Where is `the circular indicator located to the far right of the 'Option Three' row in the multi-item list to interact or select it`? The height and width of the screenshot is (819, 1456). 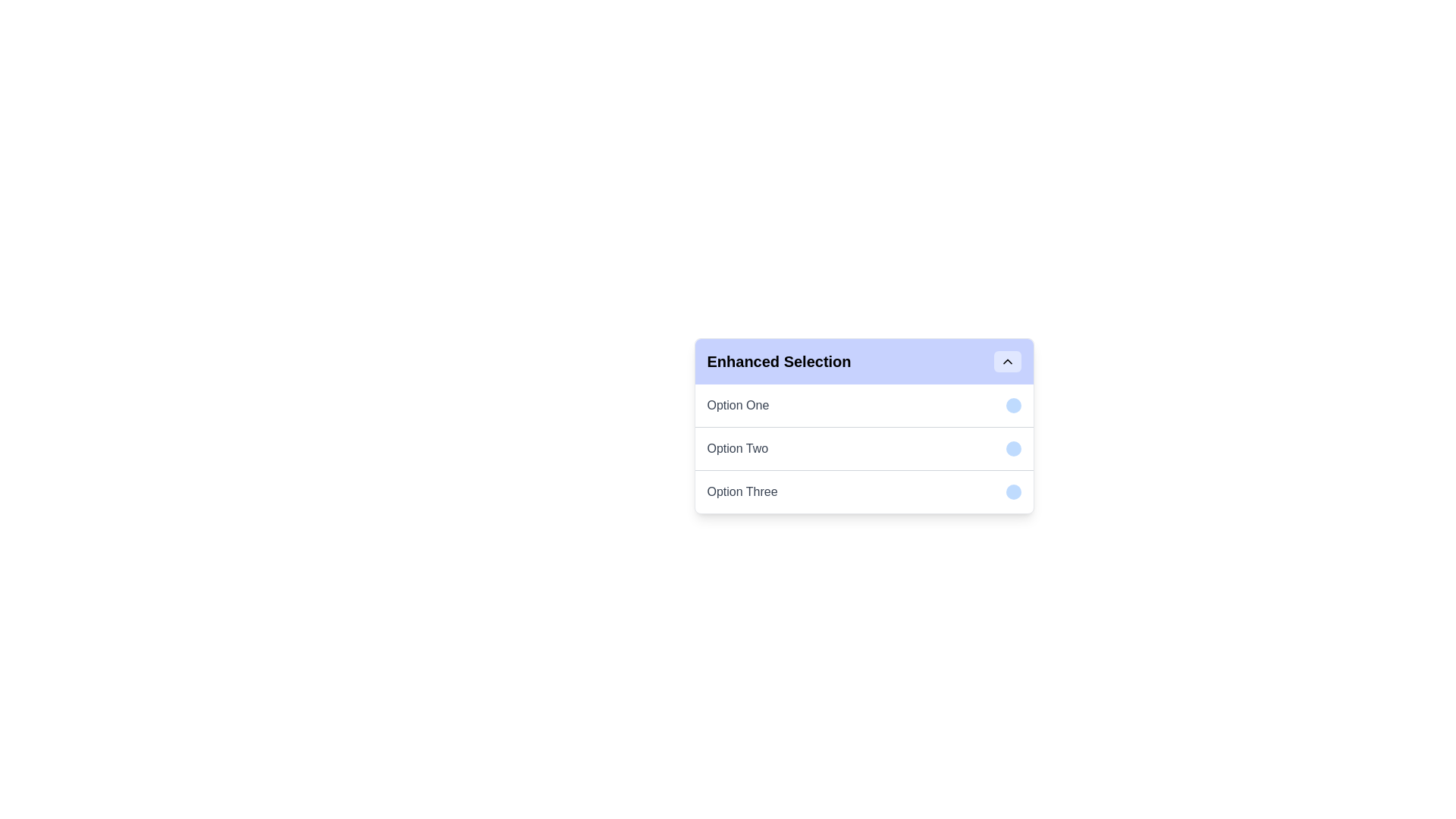 the circular indicator located to the far right of the 'Option Three' row in the multi-item list to interact or select it is located at coordinates (1013, 491).